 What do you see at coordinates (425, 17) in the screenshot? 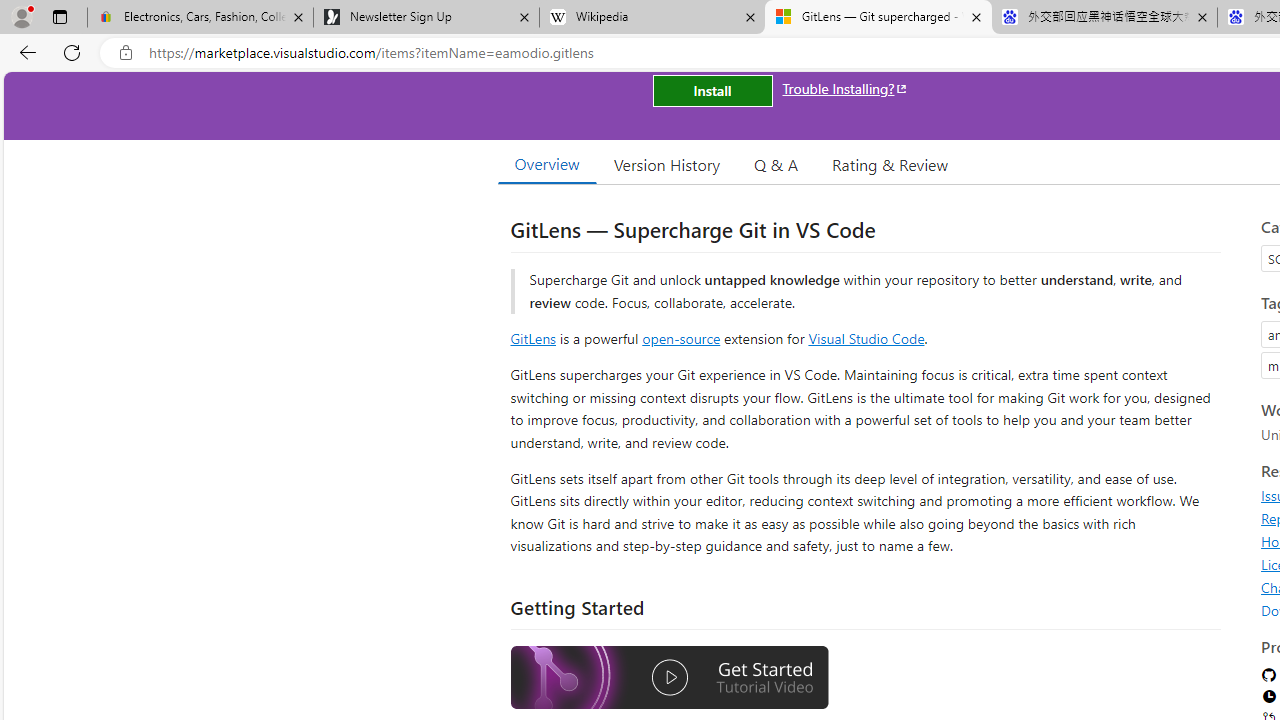
I see `'Newsletter Sign Up'` at bounding box center [425, 17].